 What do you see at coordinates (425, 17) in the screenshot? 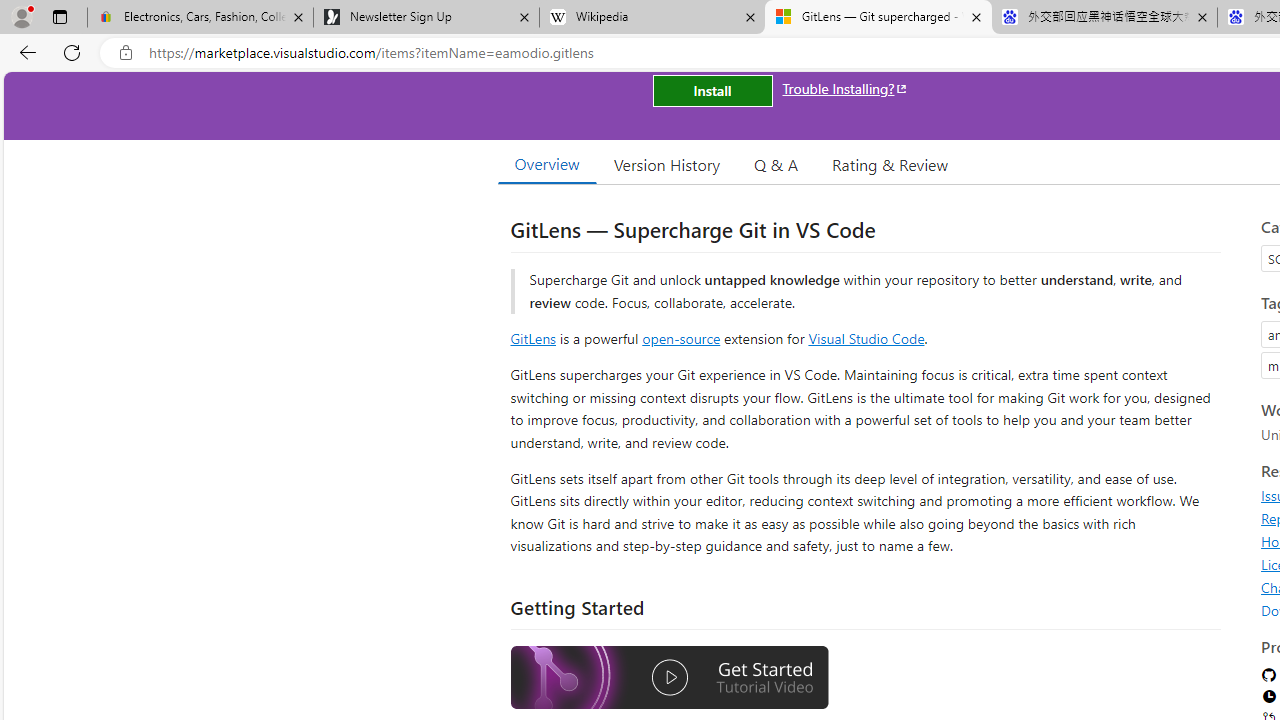
I see `'Newsletter Sign Up'` at bounding box center [425, 17].